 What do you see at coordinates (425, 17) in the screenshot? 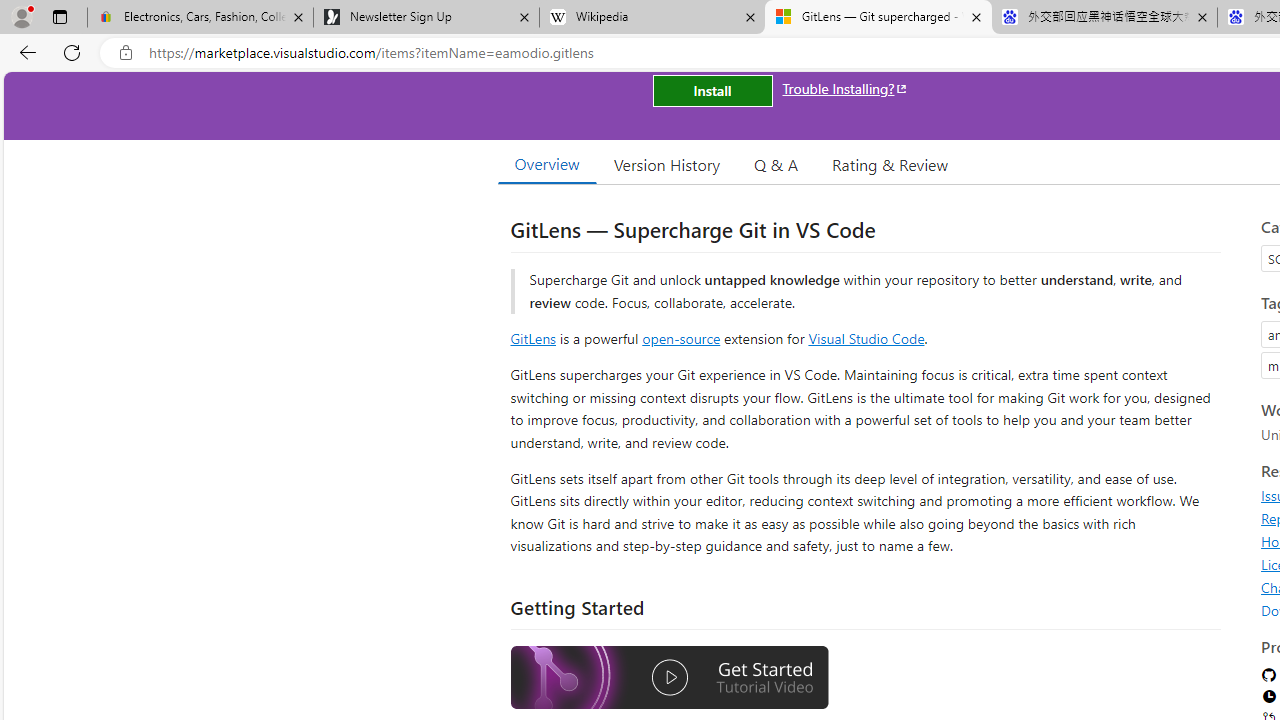
I see `'Newsletter Sign Up'` at bounding box center [425, 17].